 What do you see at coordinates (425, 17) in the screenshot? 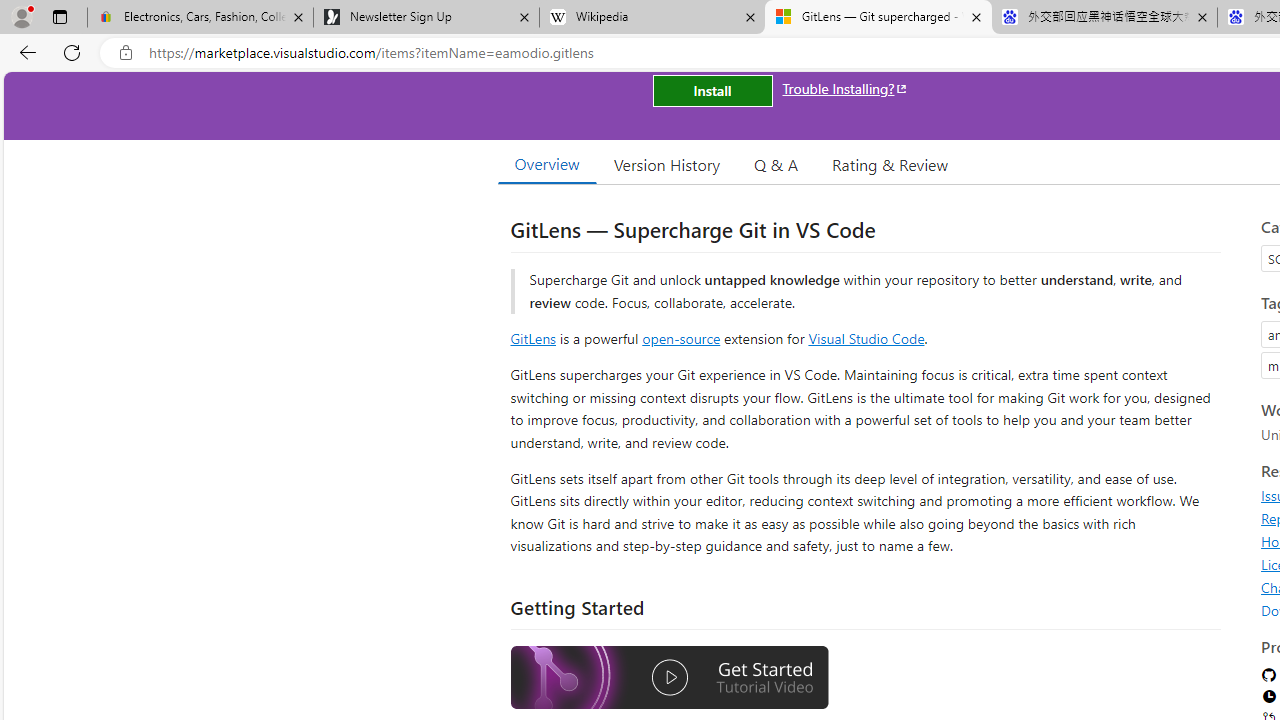
I see `'Newsletter Sign Up'` at bounding box center [425, 17].